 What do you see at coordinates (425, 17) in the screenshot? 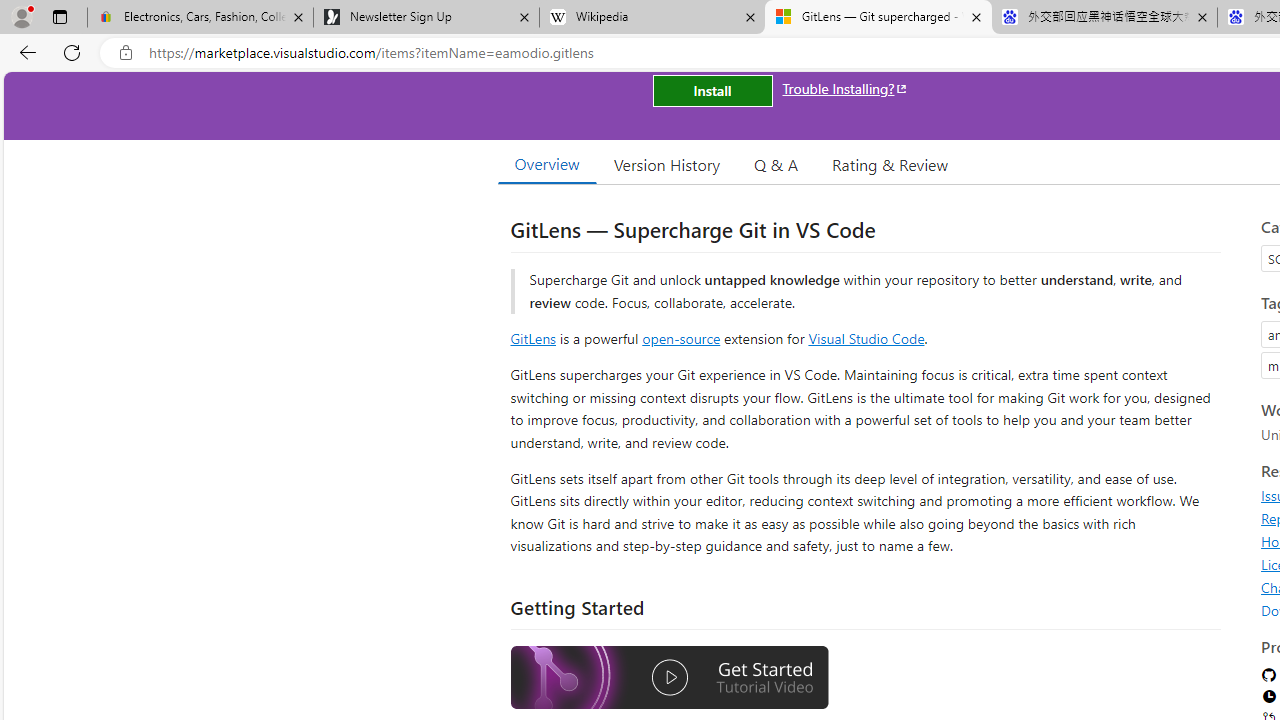
I see `'Newsletter Sign Up'` at bounding box center [425, 17].